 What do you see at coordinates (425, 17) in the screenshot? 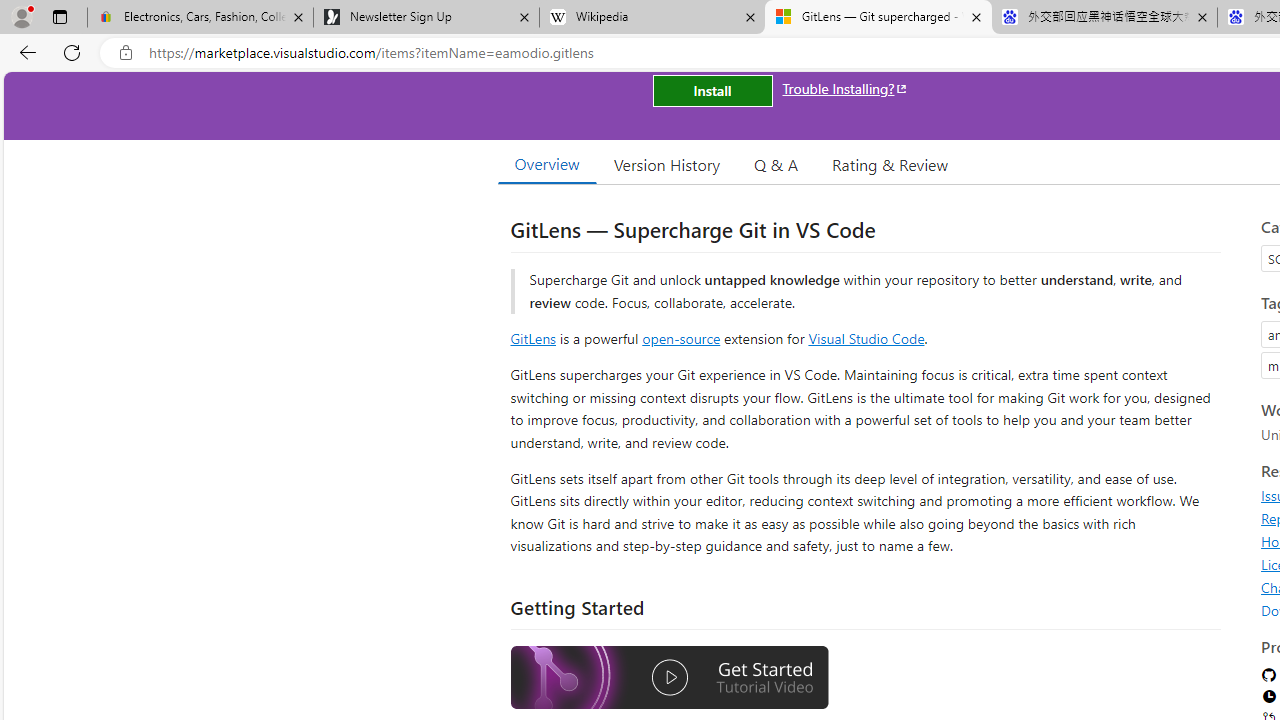
I see `'Newsletter Sign Up'` at bounding box center [425, 17].